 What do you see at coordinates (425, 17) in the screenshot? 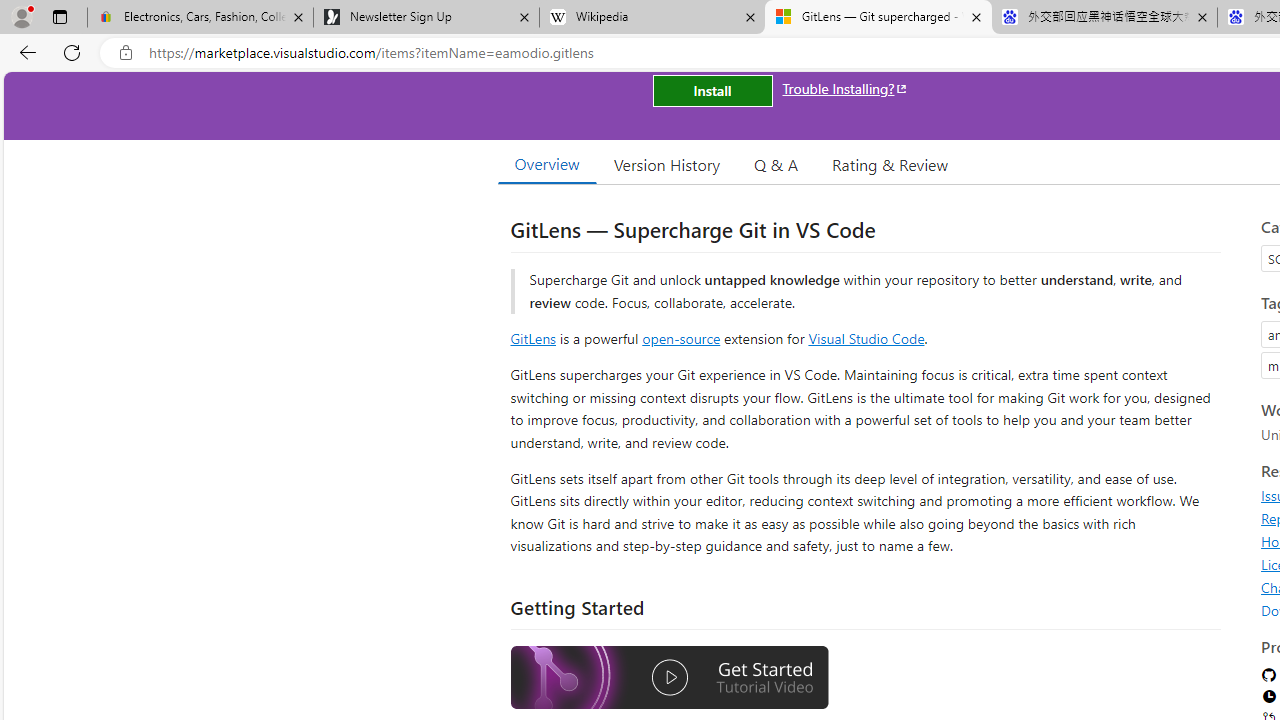
I see `'Newsletter Sign Up'` at bounding box center [425, 17].